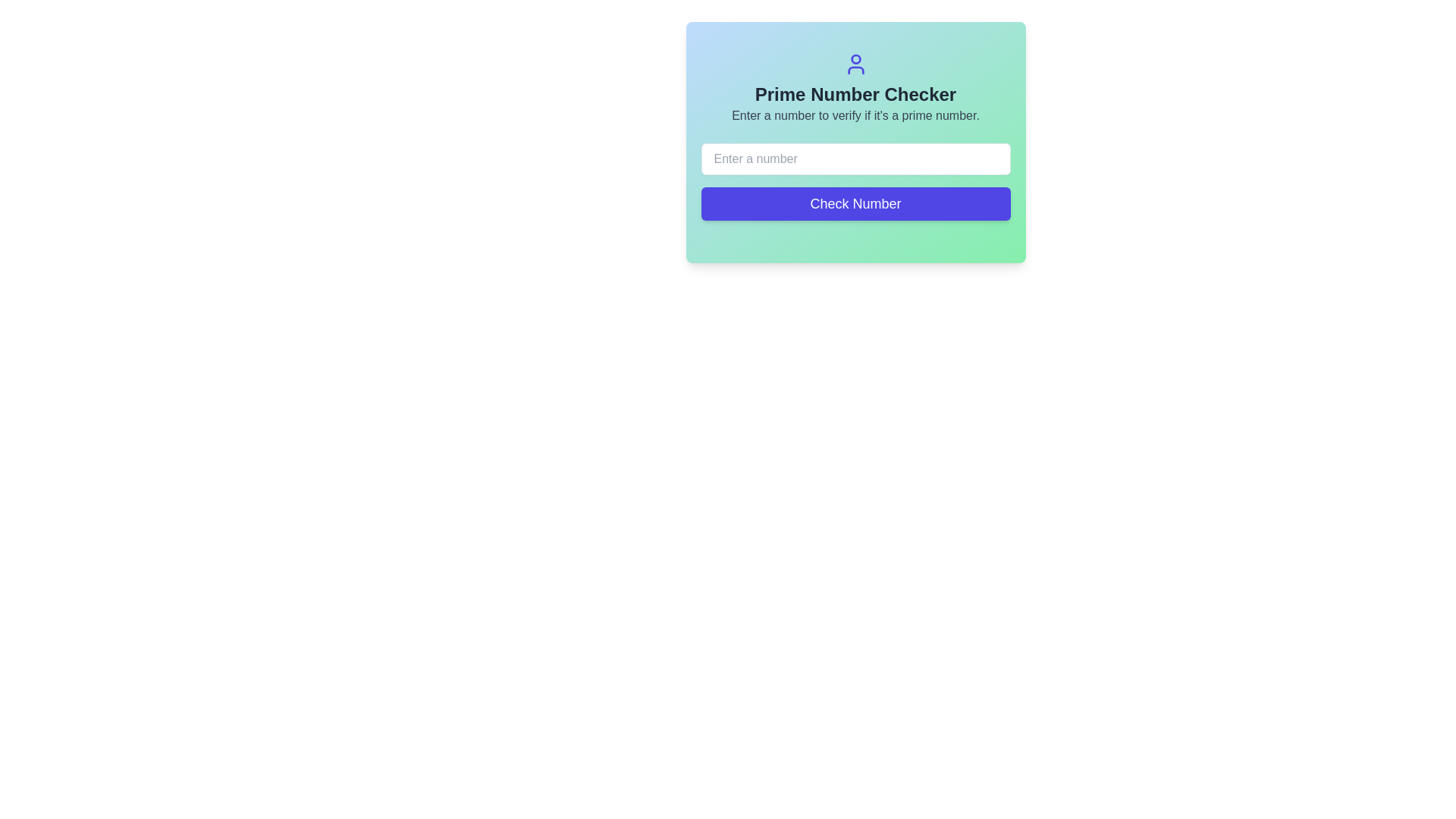 Image resolution: width=1456 pixels, height=819 pixels. What do you see at coordinates (855, 58) in the screenshot?
I see `the Circle element in the SVG graphic representing the user's head, located at the center-top of the card` at bounding box center [855, 58].